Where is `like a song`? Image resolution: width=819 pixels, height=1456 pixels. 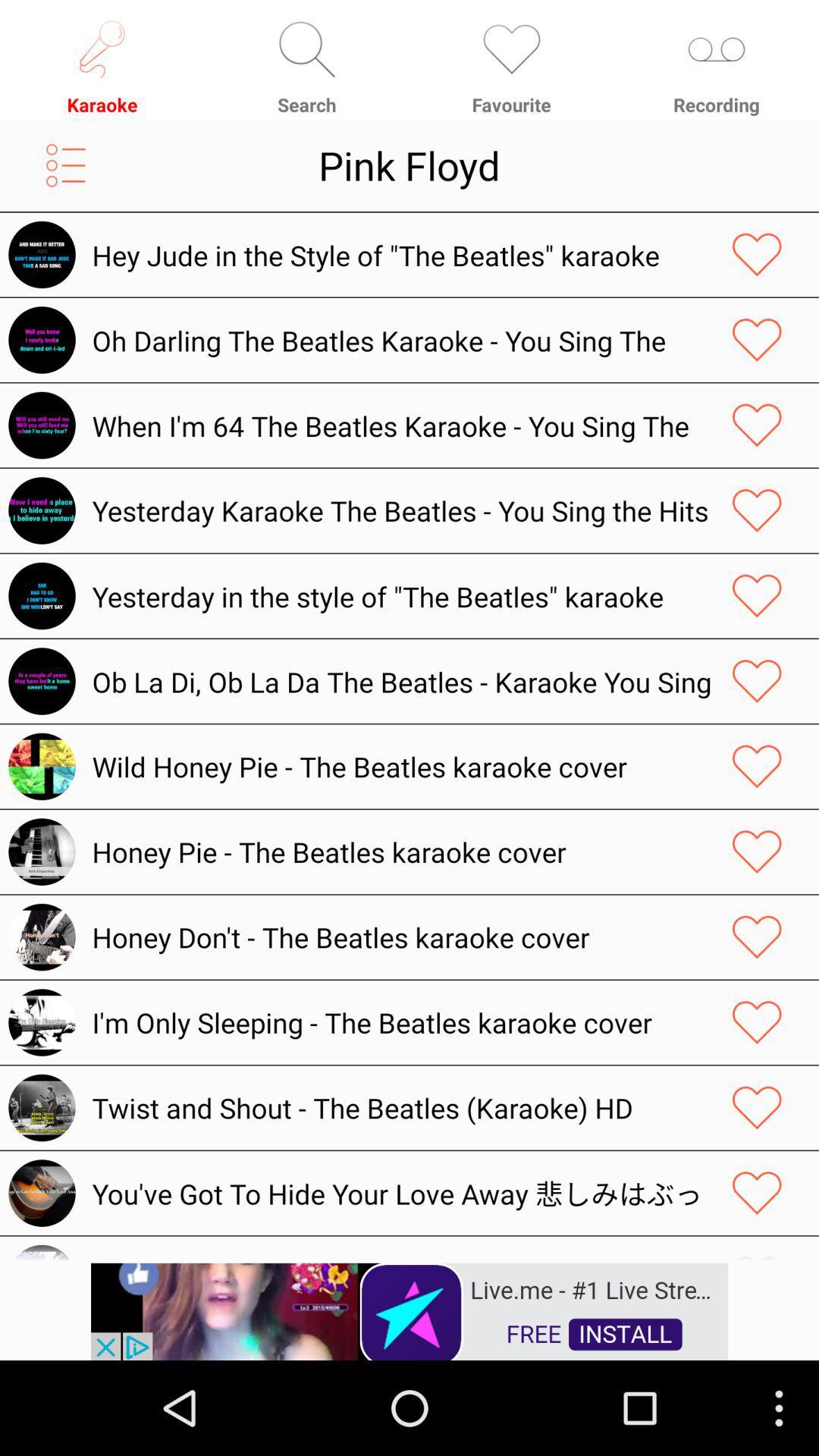
like a song is located at coordinates (757, 767).